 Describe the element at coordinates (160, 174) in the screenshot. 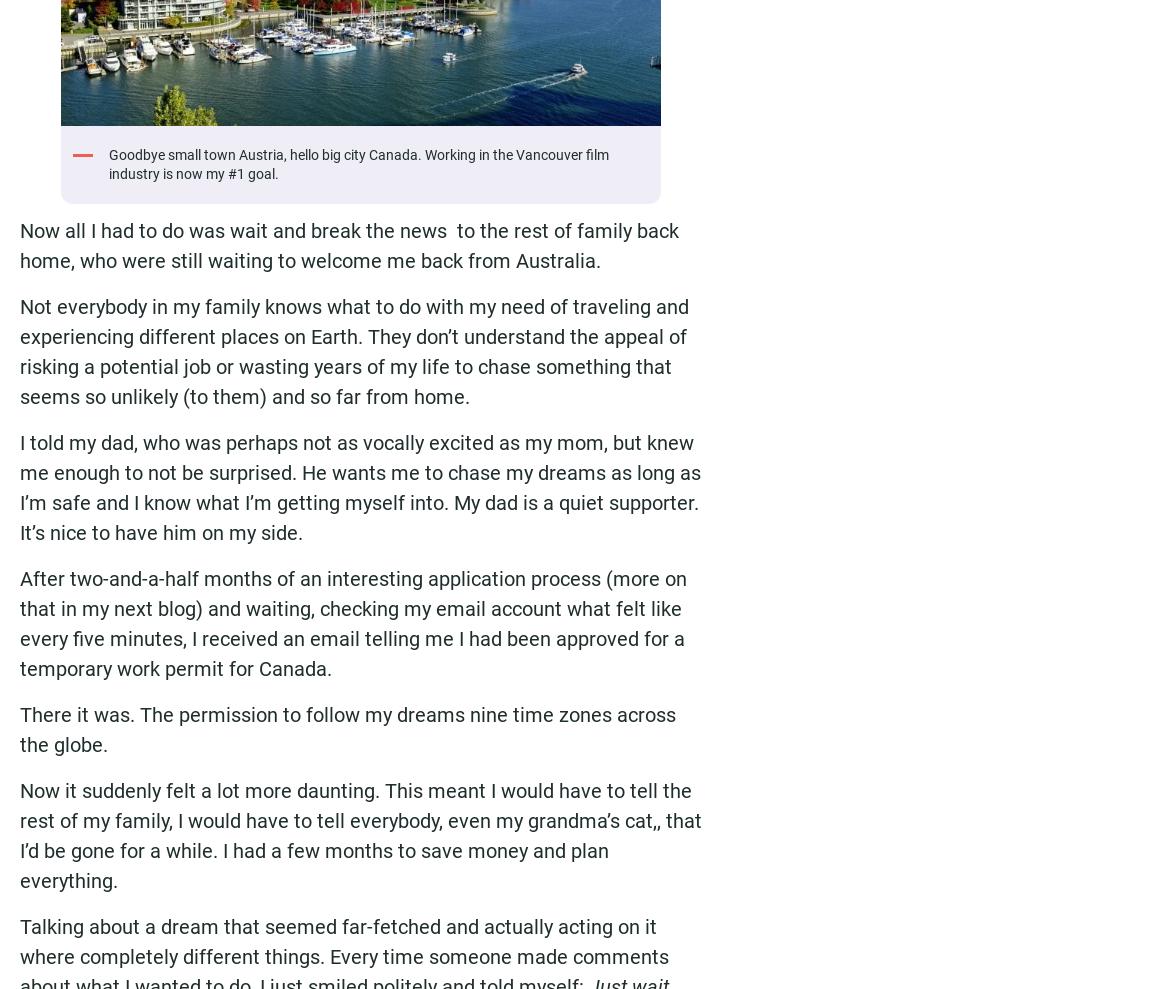

I see `'2023'` at that location.